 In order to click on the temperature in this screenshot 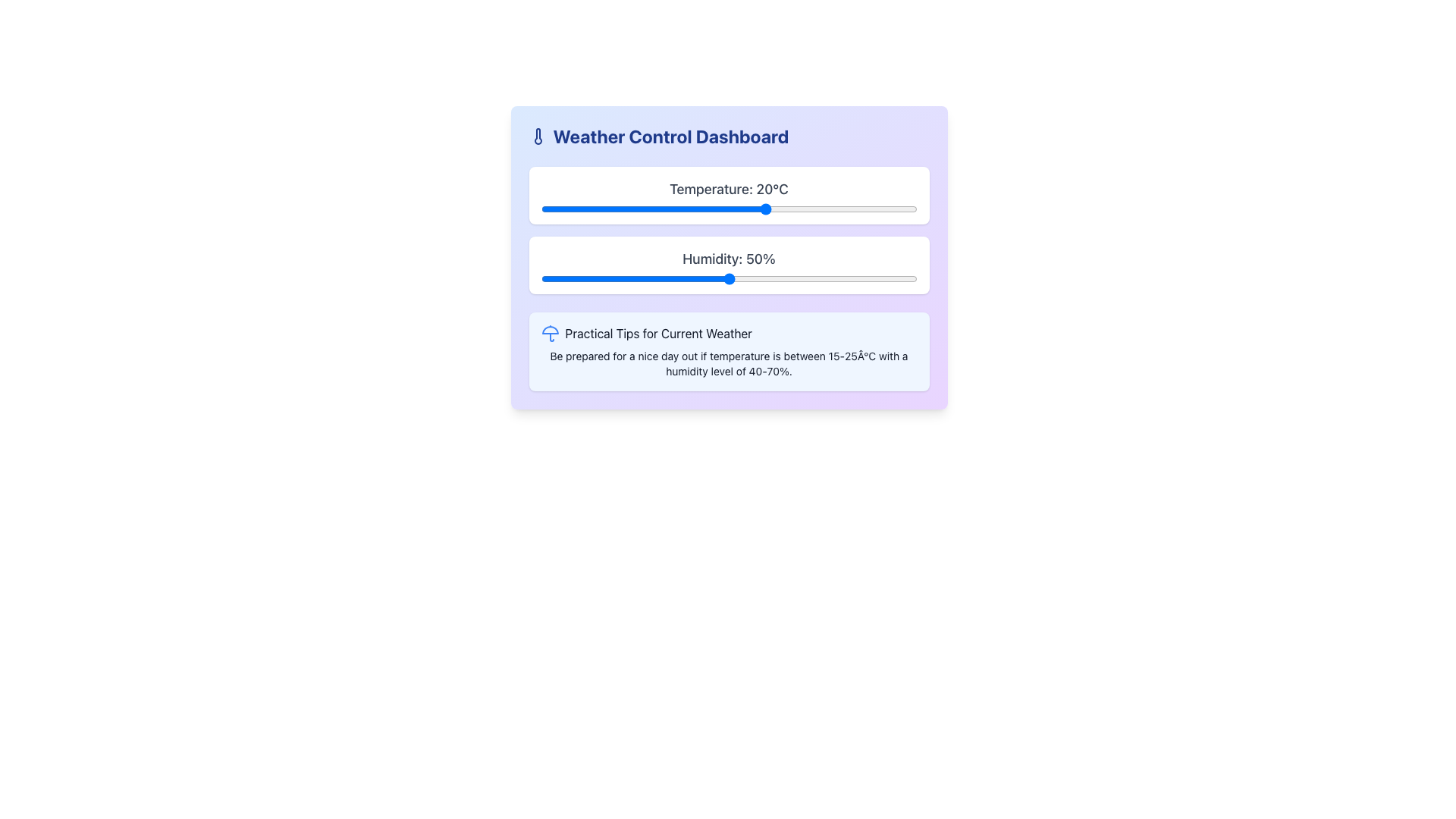, I will do `click(585, 209)`.